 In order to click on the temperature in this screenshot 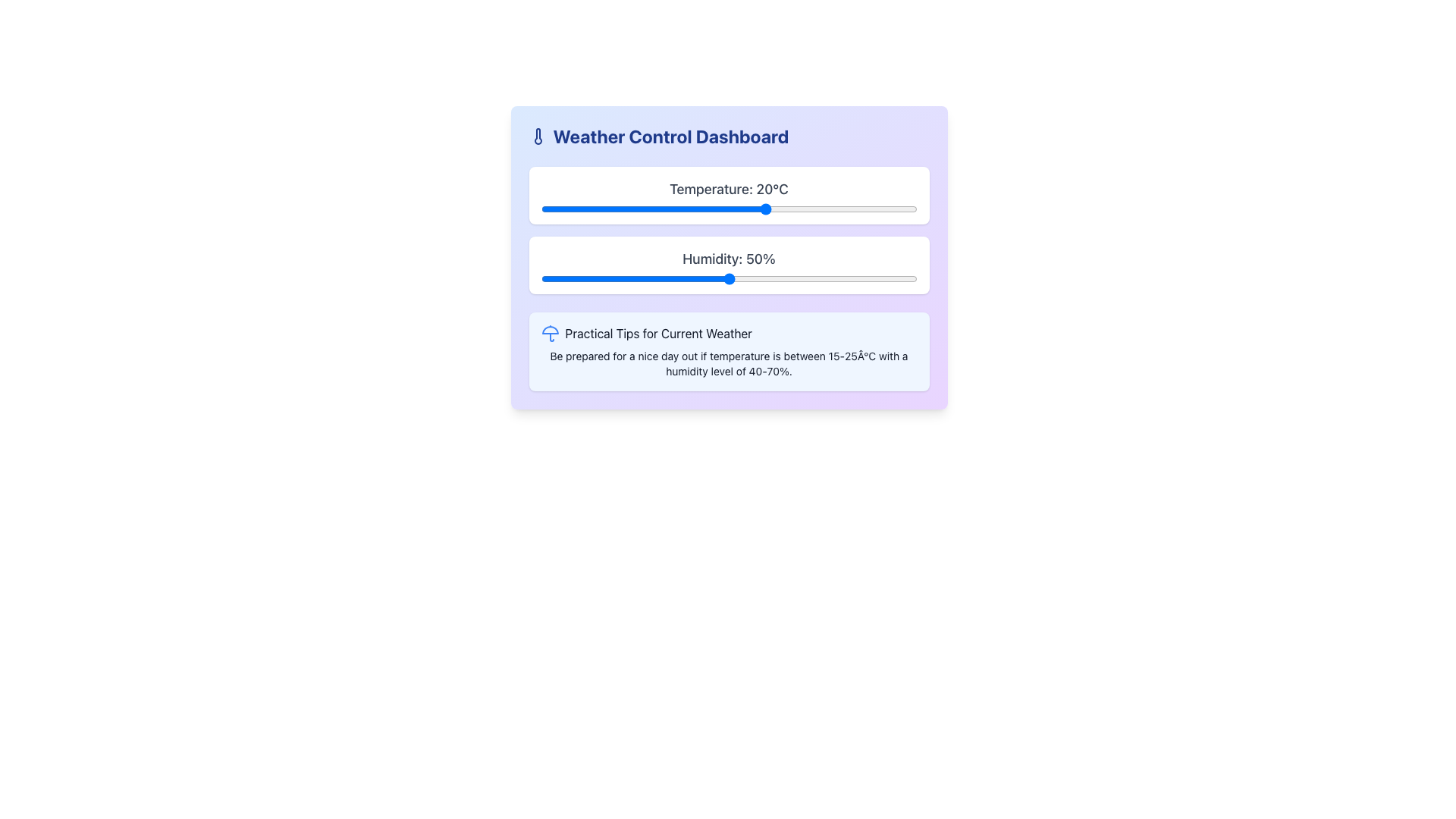, I will do `click(585, 209)`.